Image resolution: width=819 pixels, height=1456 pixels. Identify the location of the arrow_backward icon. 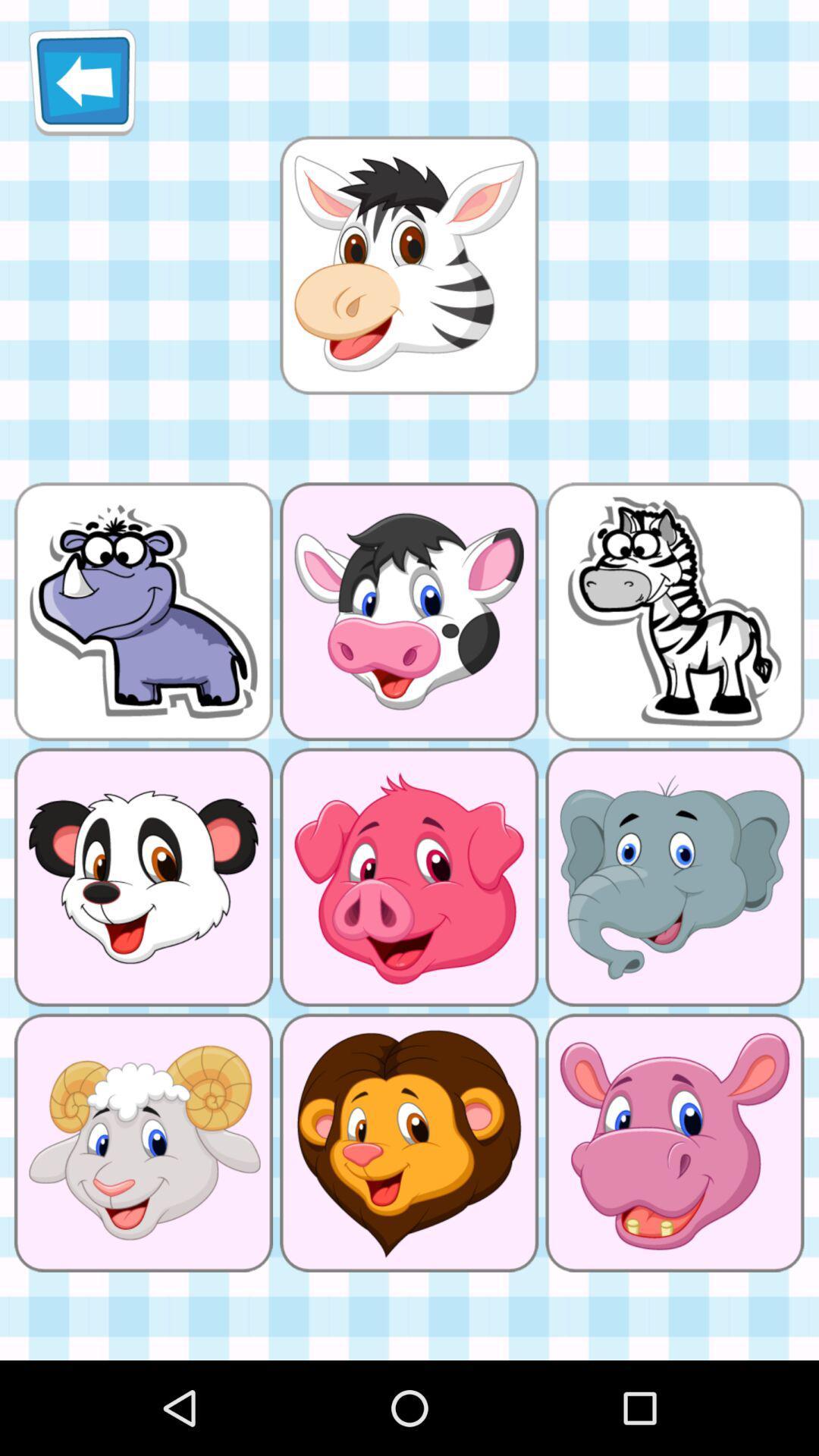
(82, 87).